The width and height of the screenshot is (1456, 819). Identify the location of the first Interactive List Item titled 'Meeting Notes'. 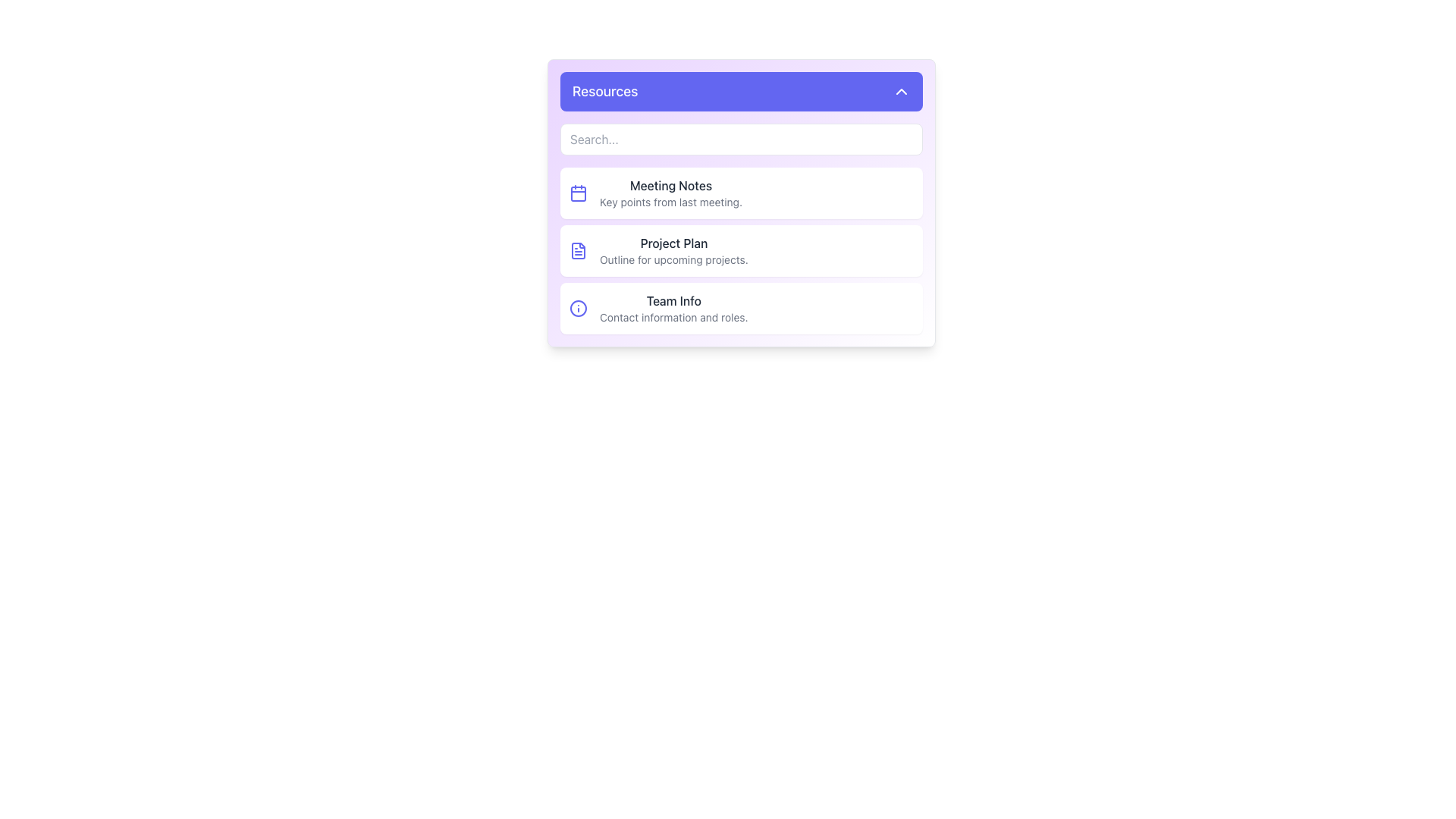
(742, 192).